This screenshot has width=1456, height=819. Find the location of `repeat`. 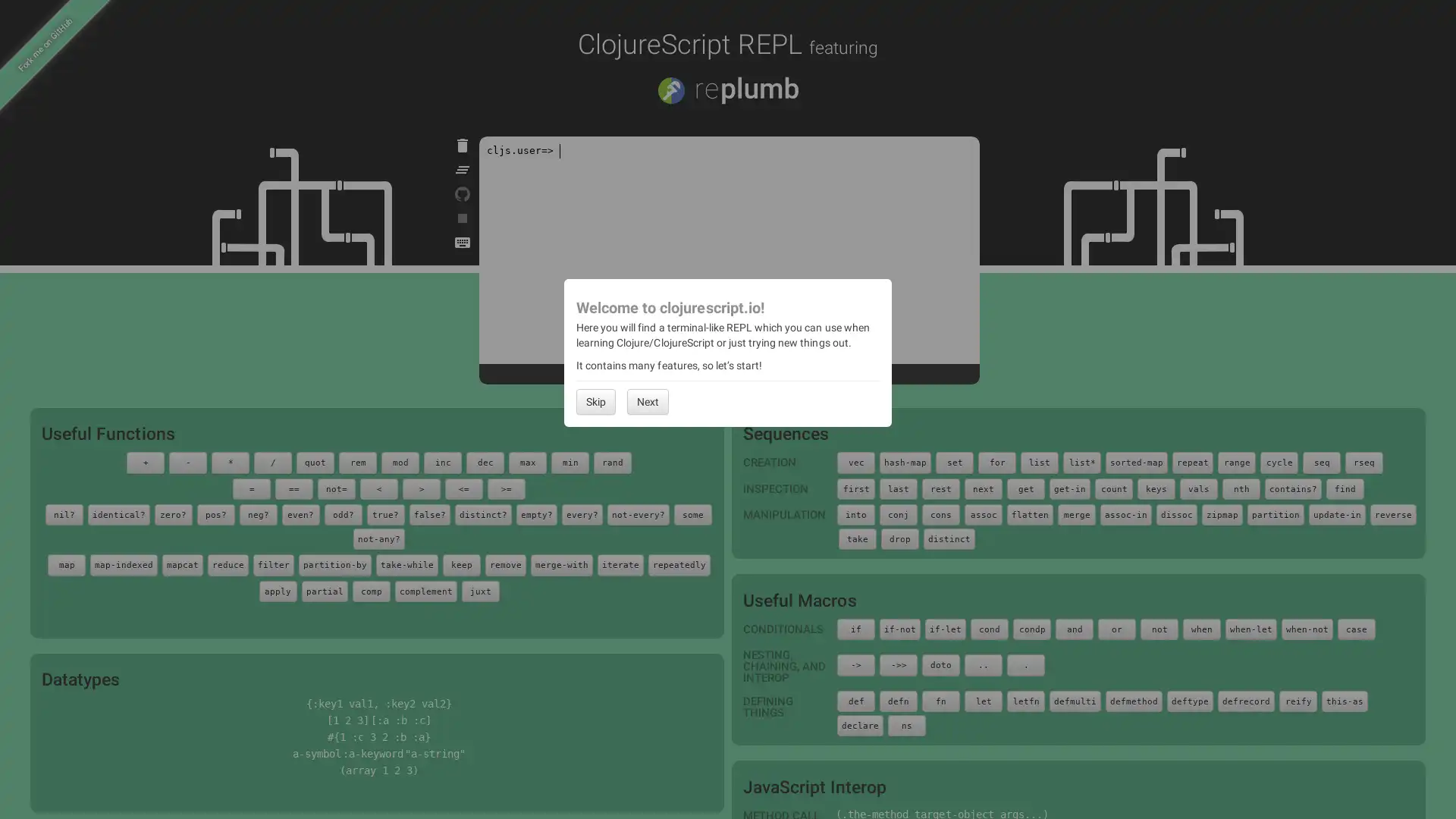

repeat is located at coordinates (1192, 461).